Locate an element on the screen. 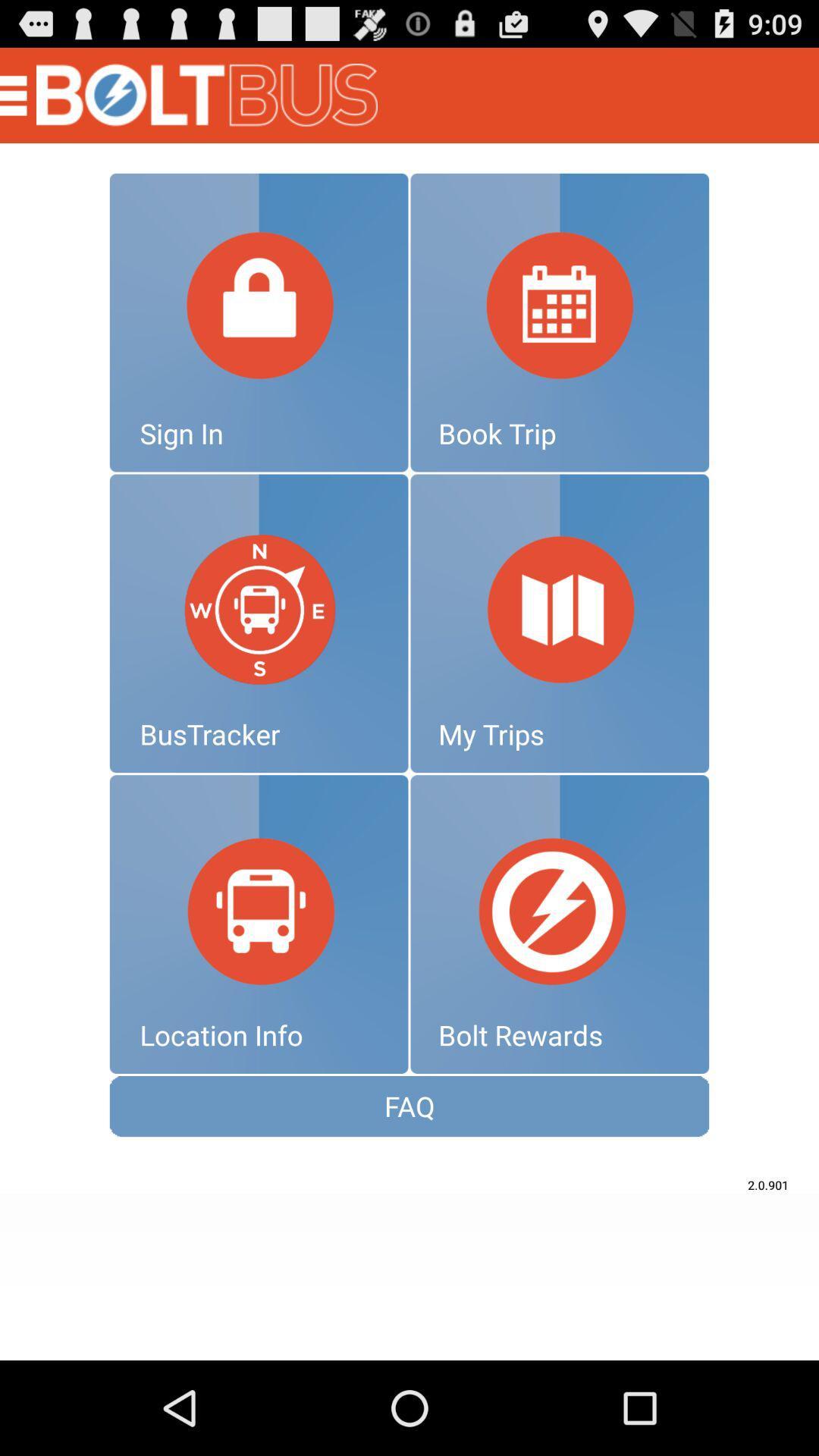 The height and width of the screenshot is (1456, 819). book trip date is located at coordinates (560, 322).